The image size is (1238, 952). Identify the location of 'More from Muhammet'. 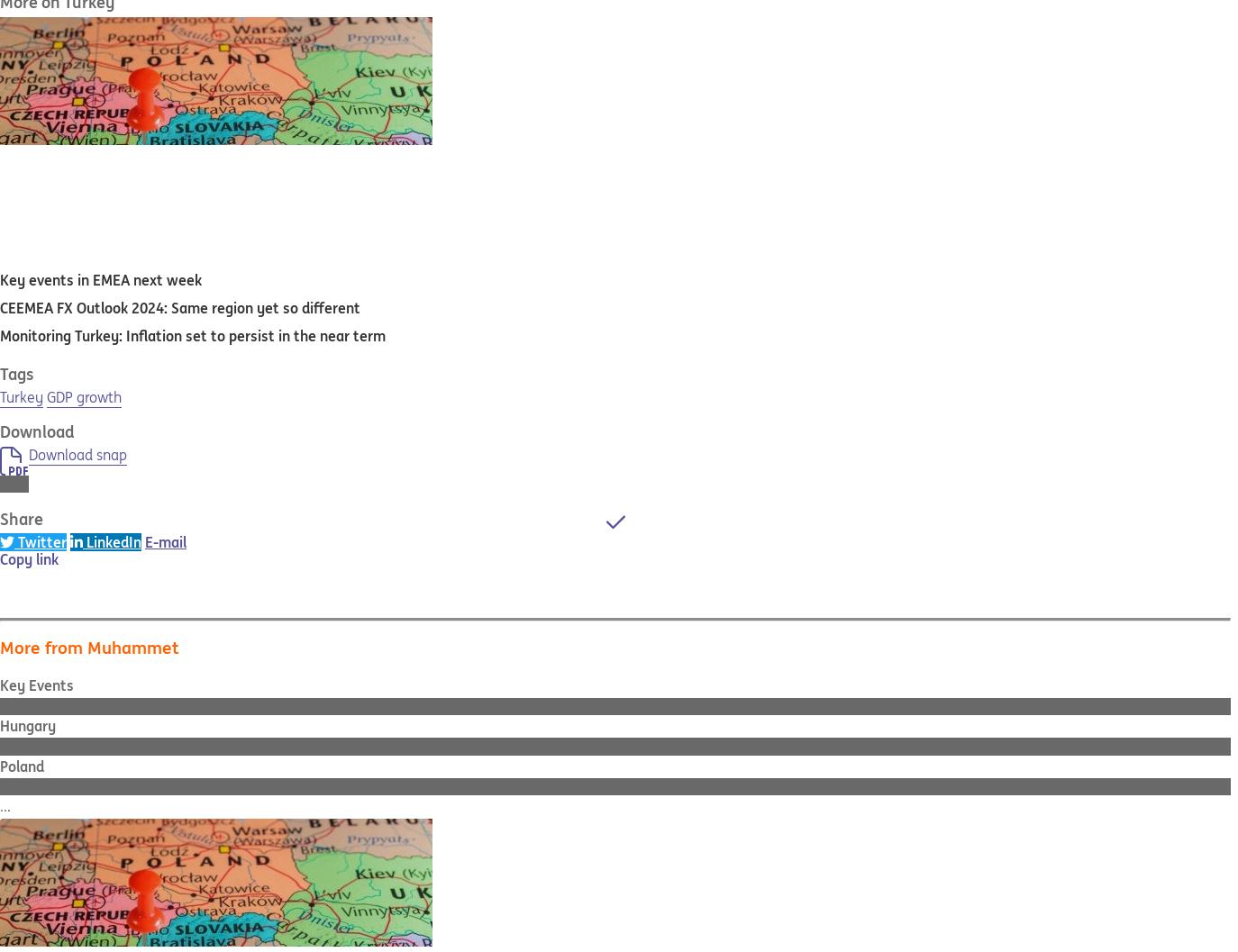
(0, 646).